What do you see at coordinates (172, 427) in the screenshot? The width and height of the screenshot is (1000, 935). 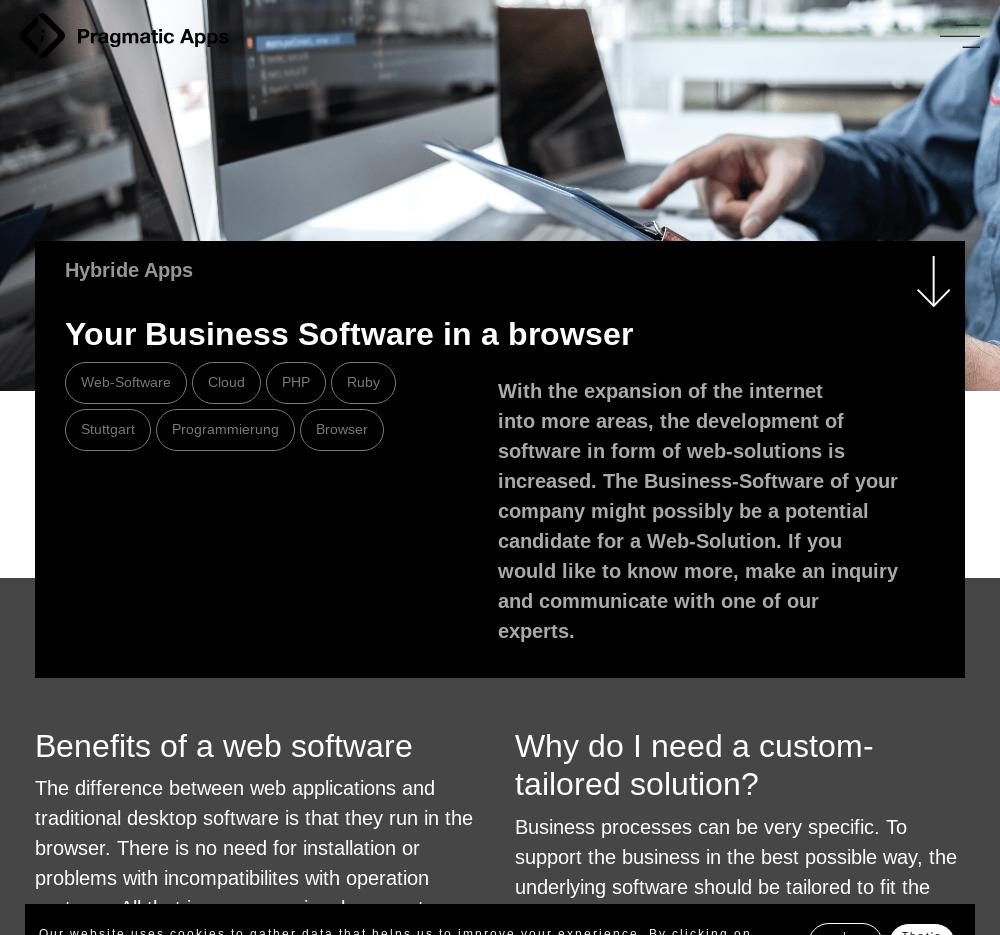 I see `'Programmierung'` at bounding box center [172, 427].